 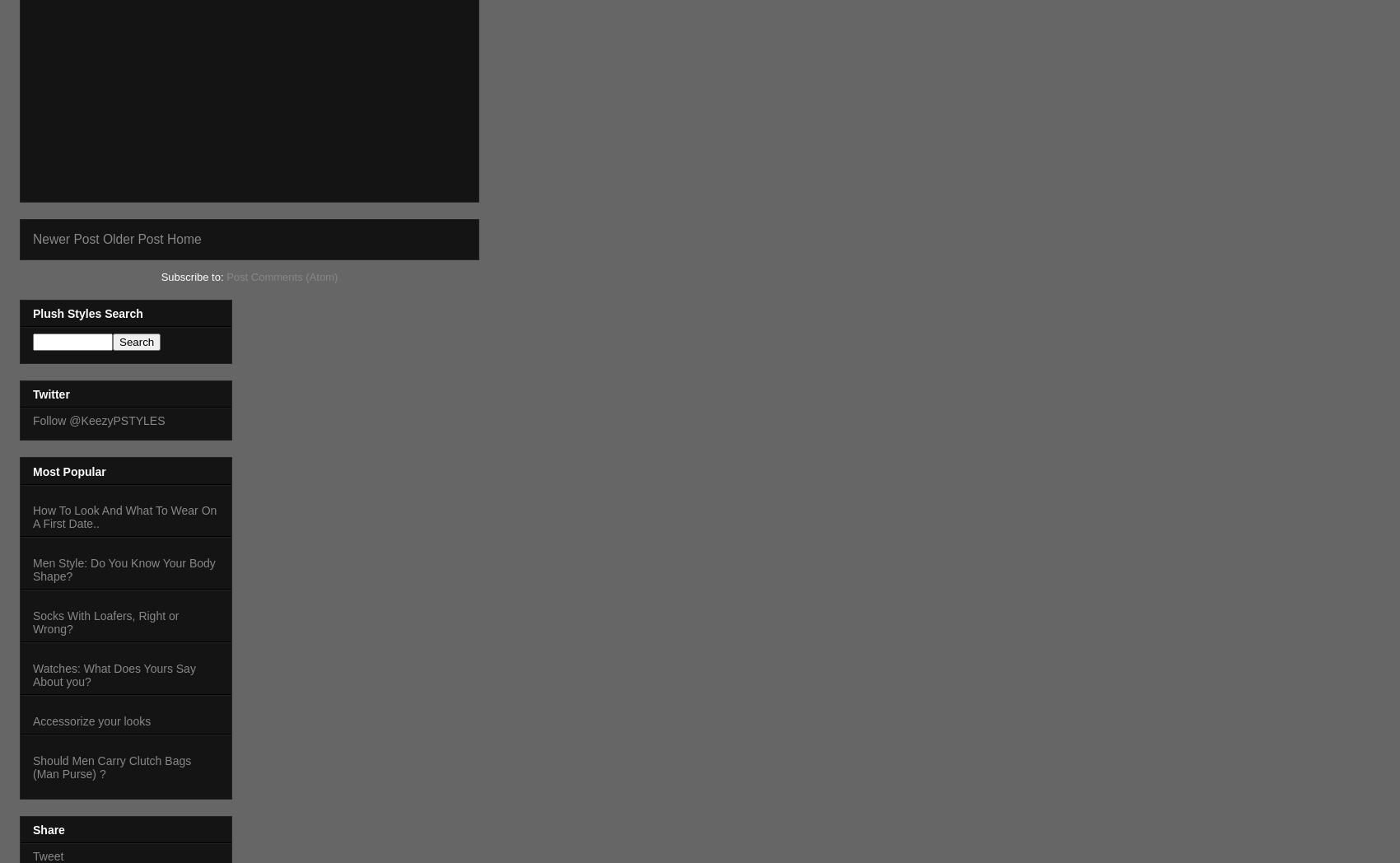 What do you see at coordinates (105, 621) in the screenshot?
I see `'Socks With Loafers, Right or Wrong?'` at bounding box center [105, 621].